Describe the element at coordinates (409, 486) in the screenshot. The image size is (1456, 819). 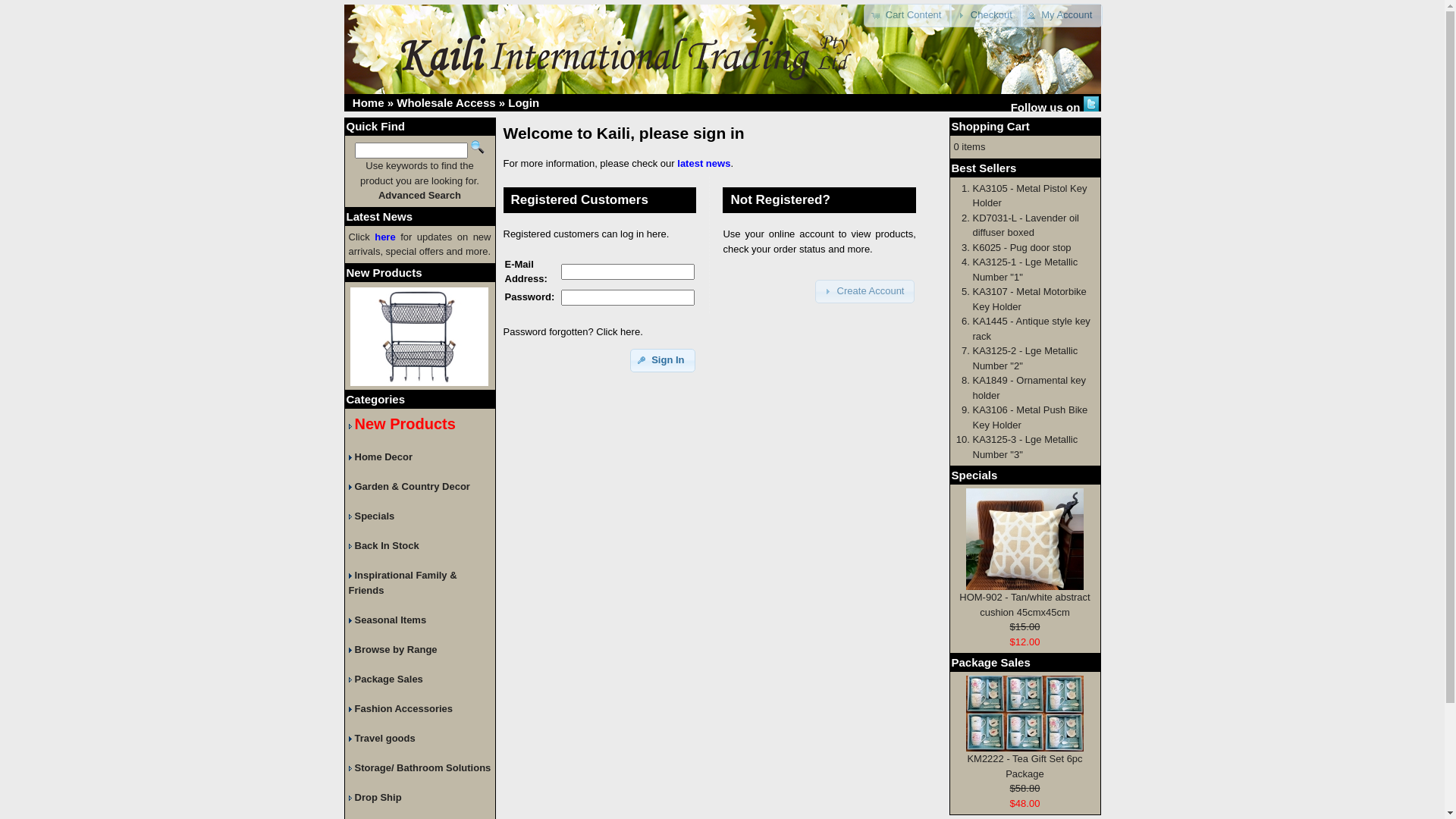
I see `'Garden & Country Decor'` at that location.